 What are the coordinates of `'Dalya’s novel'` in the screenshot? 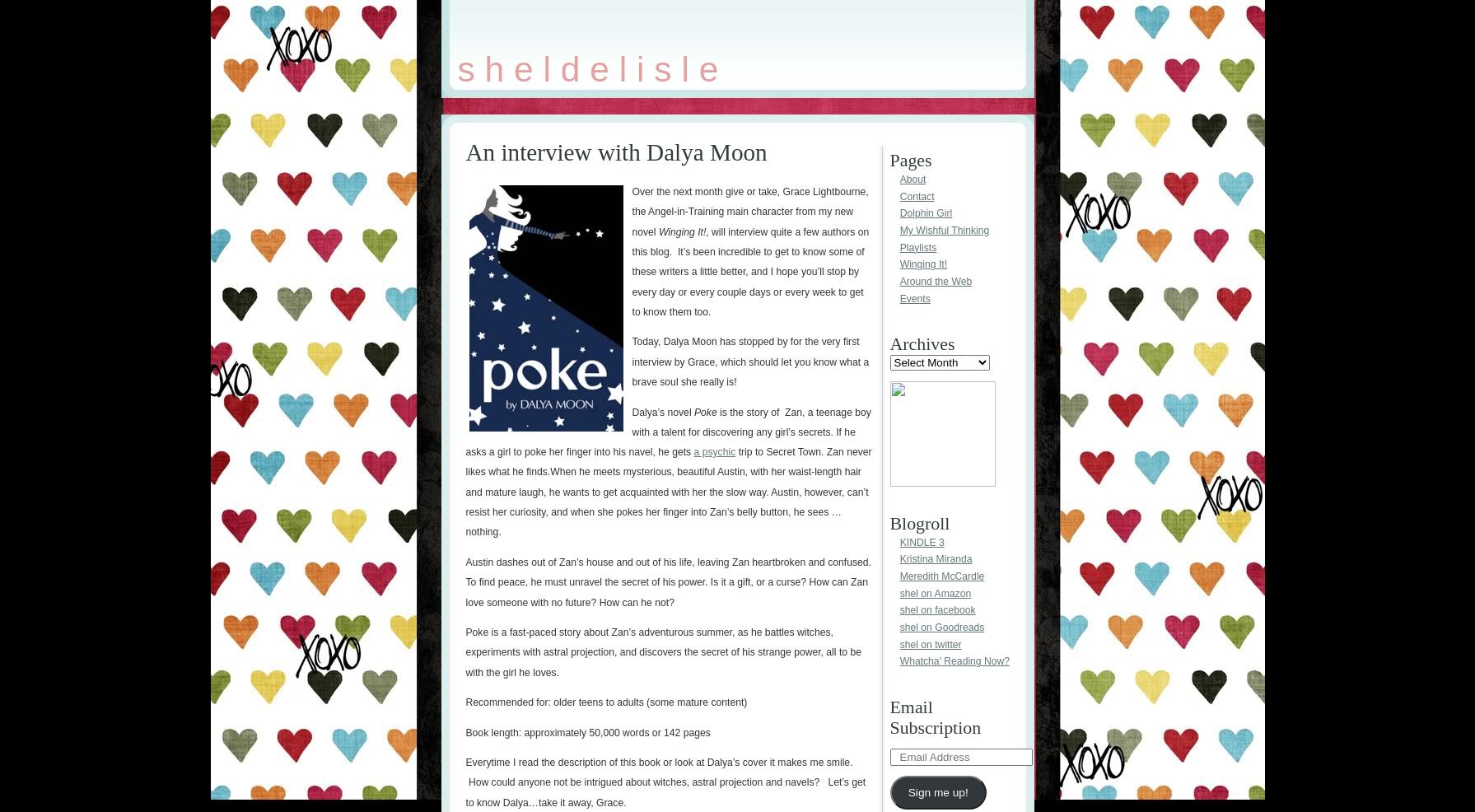 It's located at (662, 411).